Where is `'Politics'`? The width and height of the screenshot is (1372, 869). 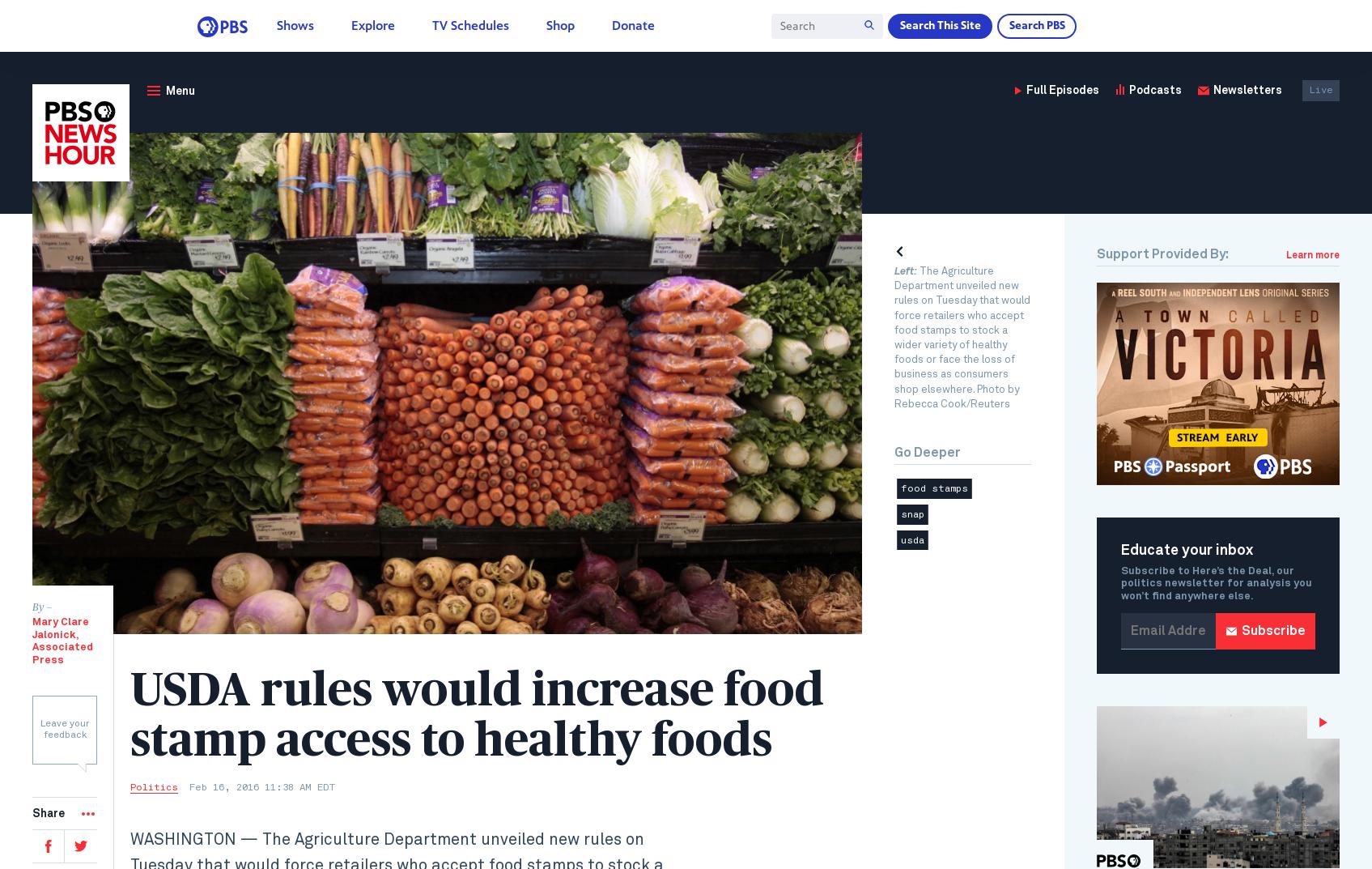 'Politics' is located at coordinates (130, 786).